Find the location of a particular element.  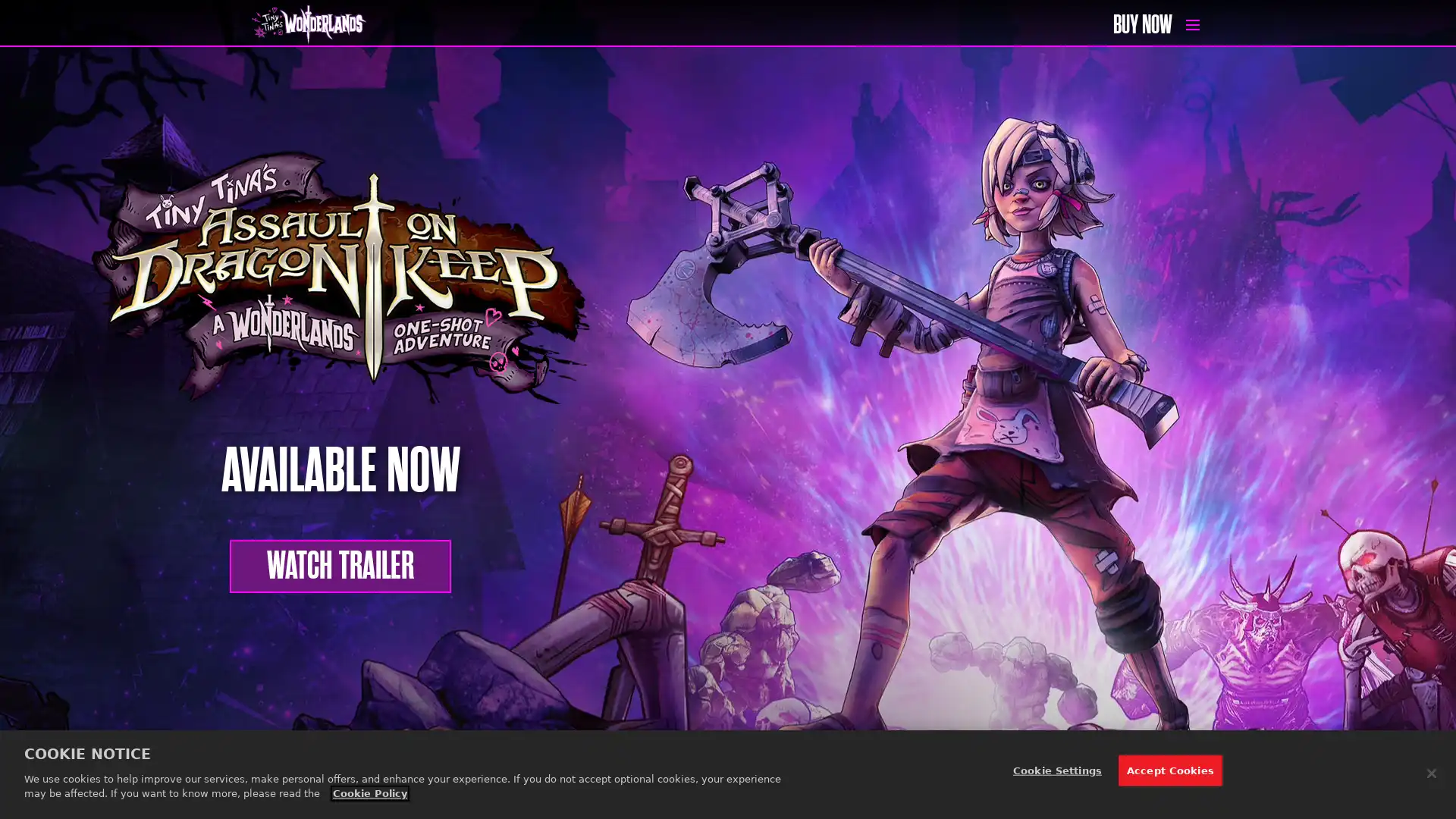

Accept Cookies is located at coordinates (1169, 770).